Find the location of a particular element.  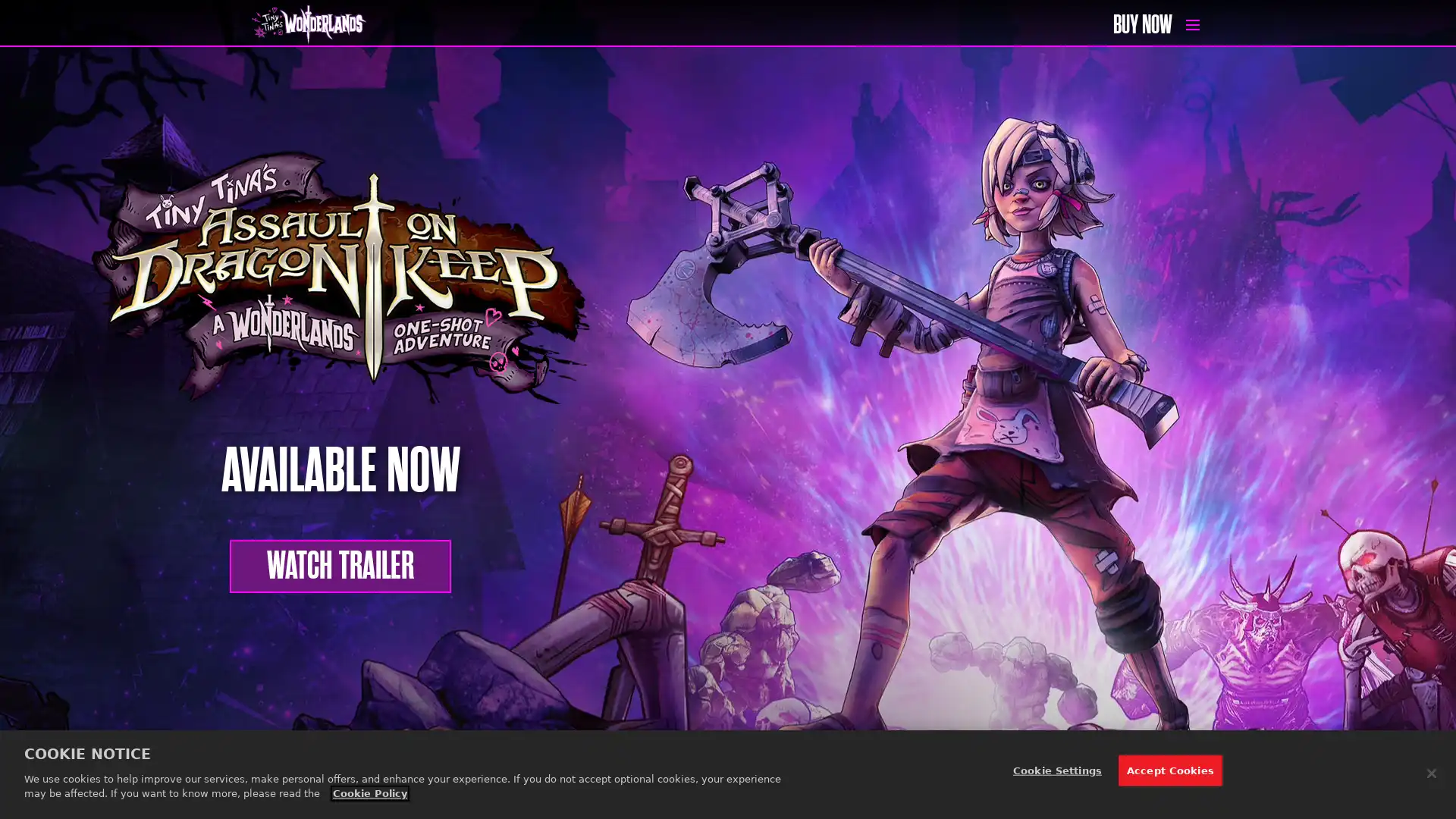

Accept Cookies is located at coordinates (1169, 770).